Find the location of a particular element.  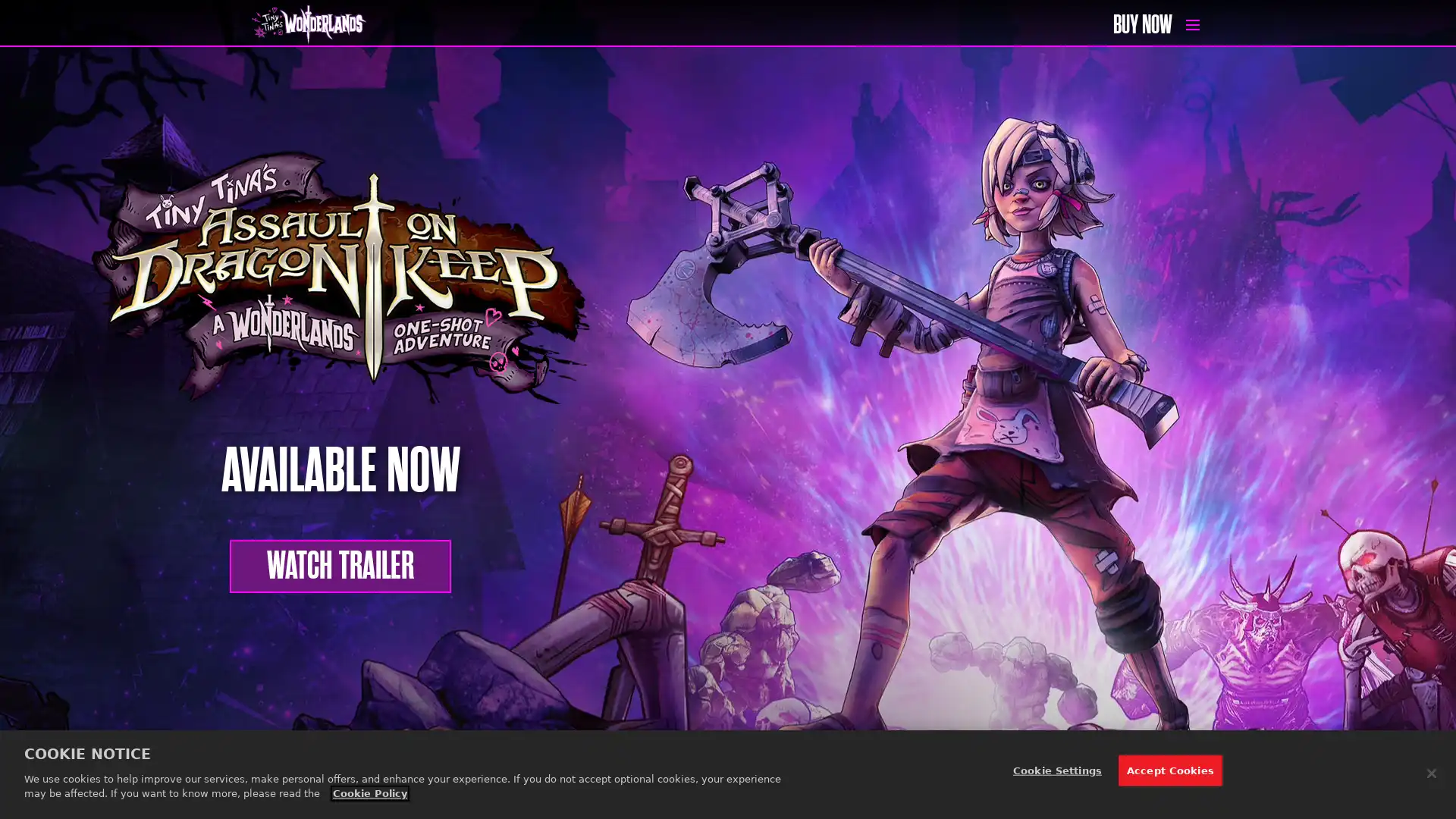

Accept Cookies is located at coordinates (1169, 770).